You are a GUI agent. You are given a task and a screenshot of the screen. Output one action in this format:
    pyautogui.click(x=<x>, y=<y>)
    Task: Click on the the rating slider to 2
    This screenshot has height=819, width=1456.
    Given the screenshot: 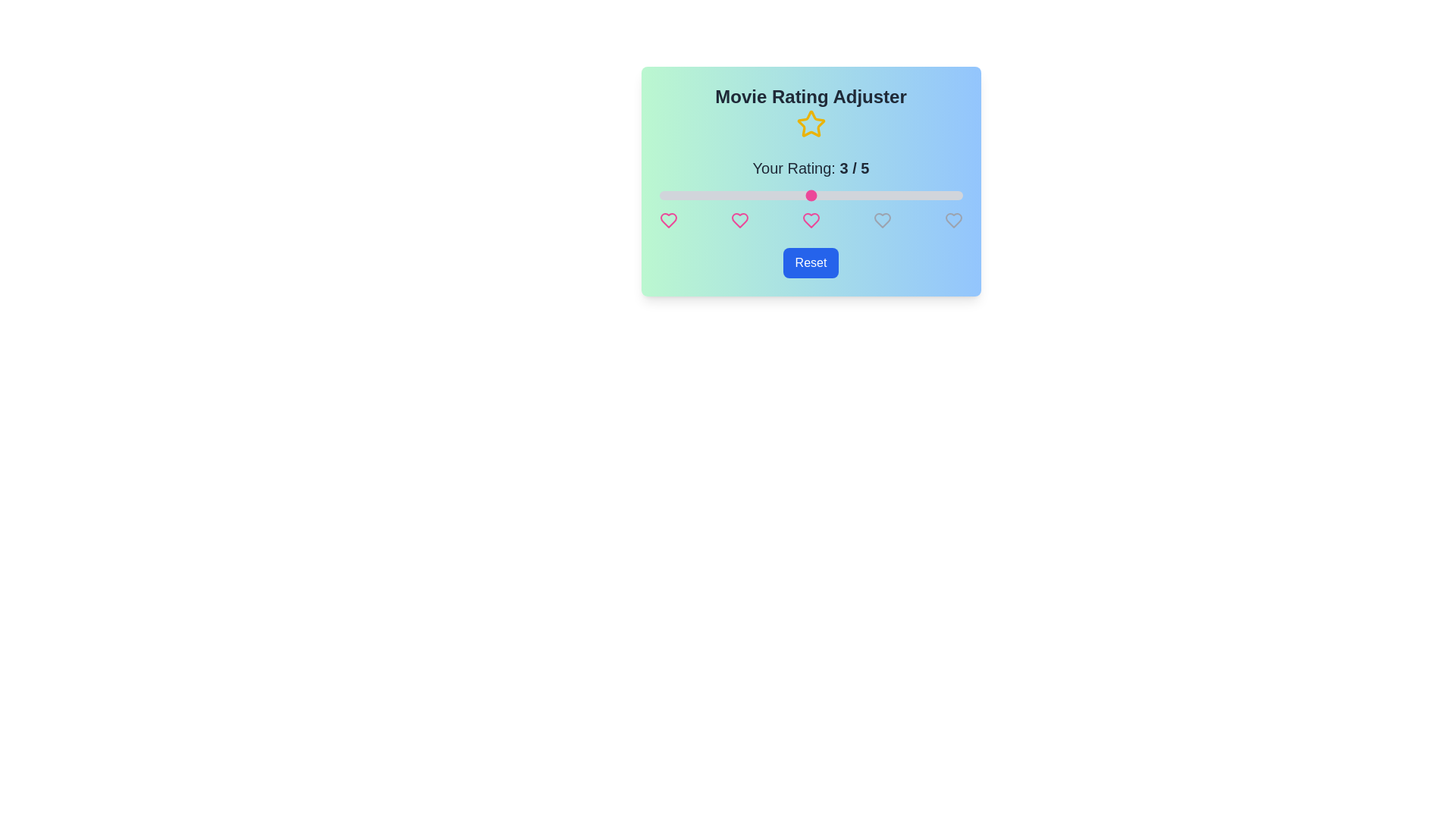 What is the action you would take?
    pyautogui.click(x=735, y=195)
    